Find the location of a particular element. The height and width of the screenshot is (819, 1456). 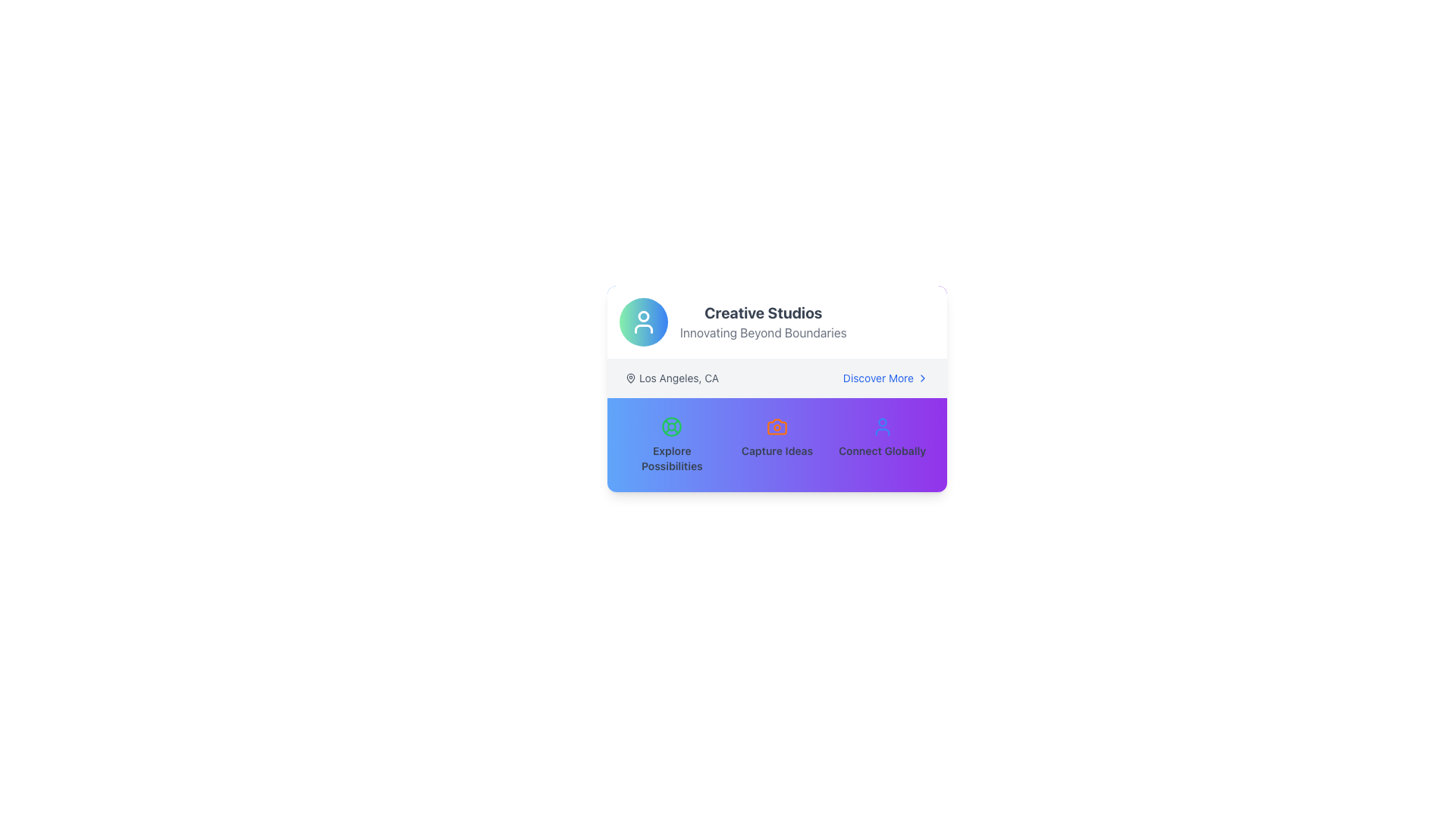

the navigation icon located to the right of the 'Discover More' text, which provides additional information or leads to another page is located at coordinates (922, 377).